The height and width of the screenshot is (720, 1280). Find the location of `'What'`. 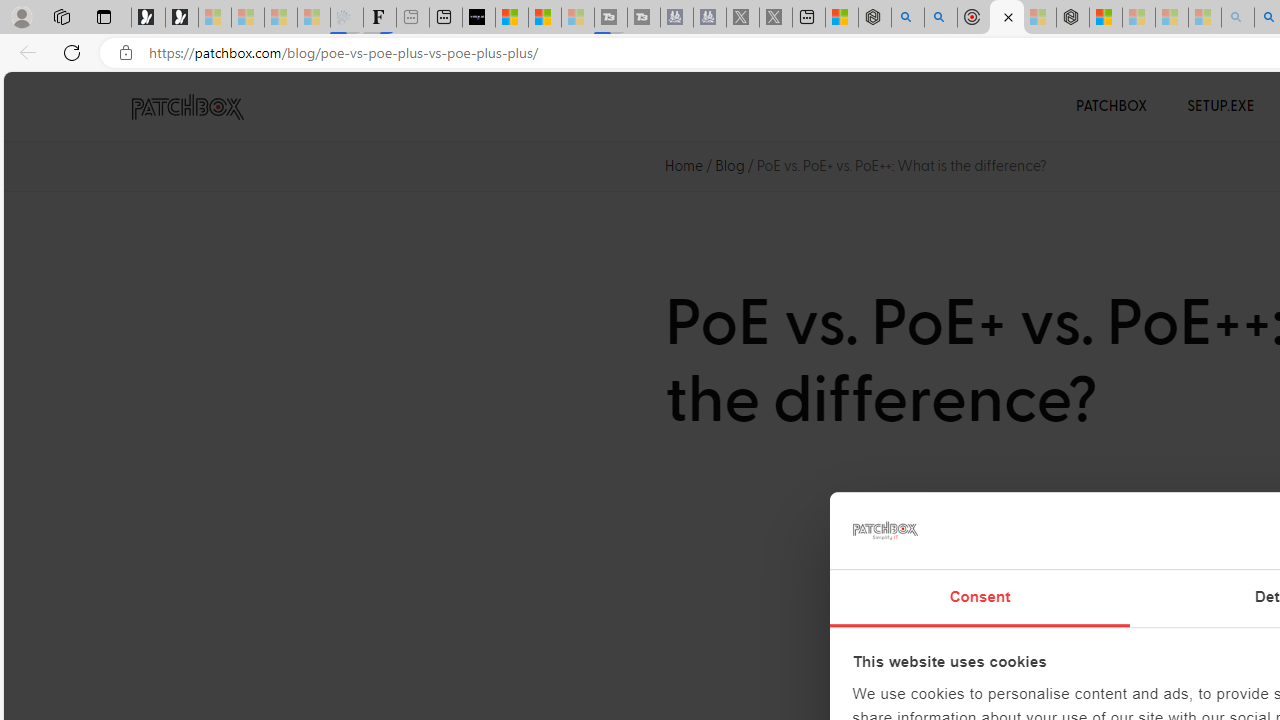

'What' is located at coordinates (478, 17).